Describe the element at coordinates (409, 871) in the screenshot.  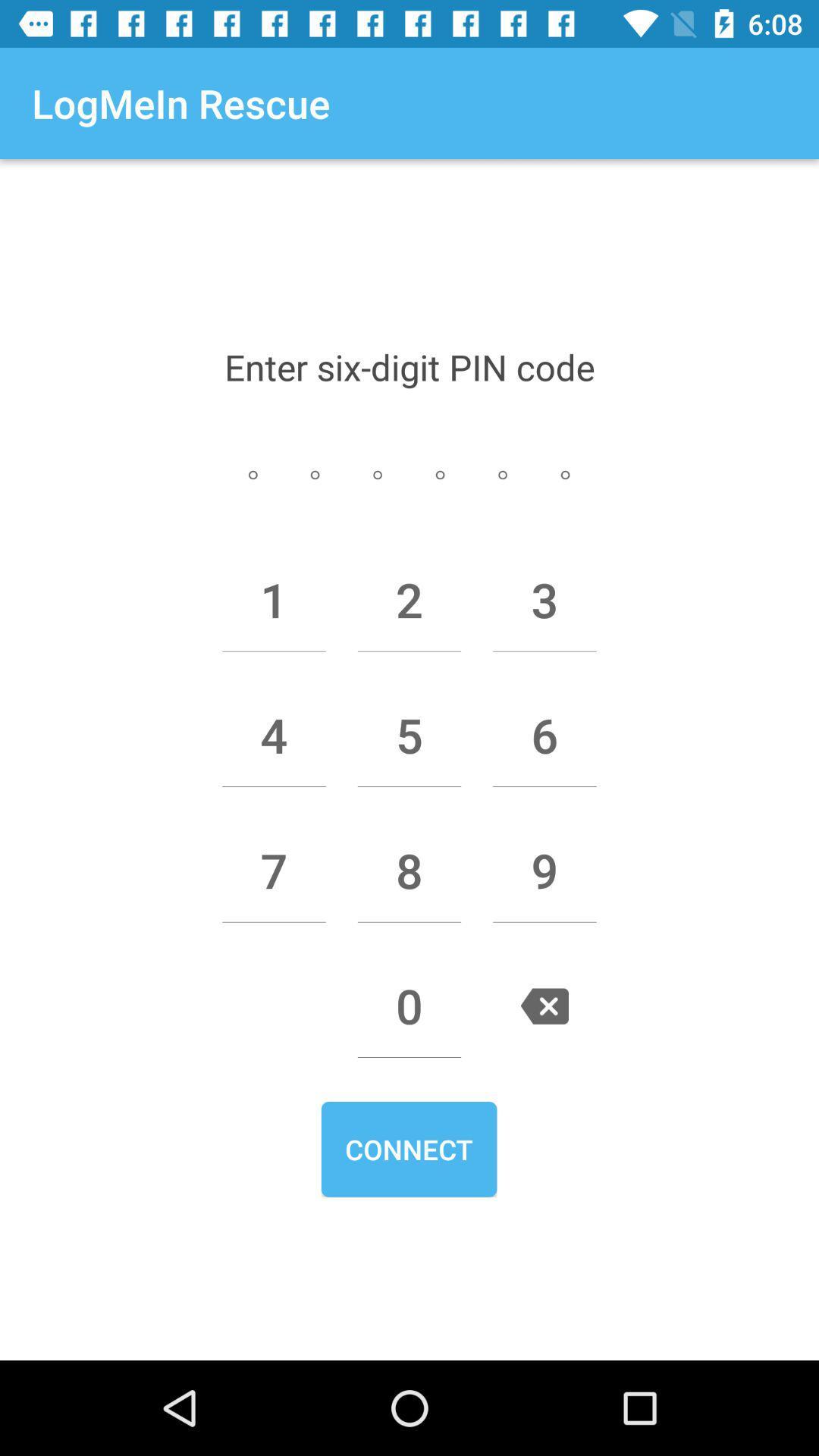
I see `icon next to the 7 item` at that location.